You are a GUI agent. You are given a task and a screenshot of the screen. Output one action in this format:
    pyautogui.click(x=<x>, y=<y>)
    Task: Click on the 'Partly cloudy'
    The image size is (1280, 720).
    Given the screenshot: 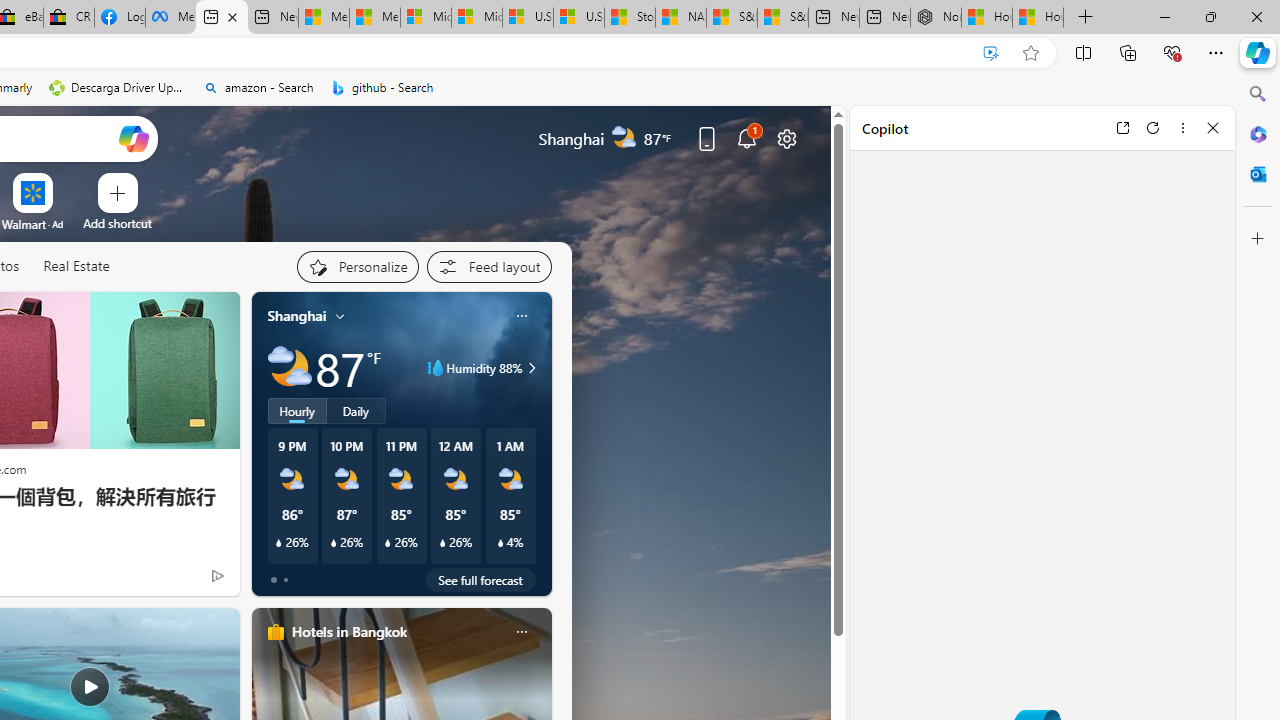 What is the action you would take?
    pyautogui.click(x=288, y=368)
    